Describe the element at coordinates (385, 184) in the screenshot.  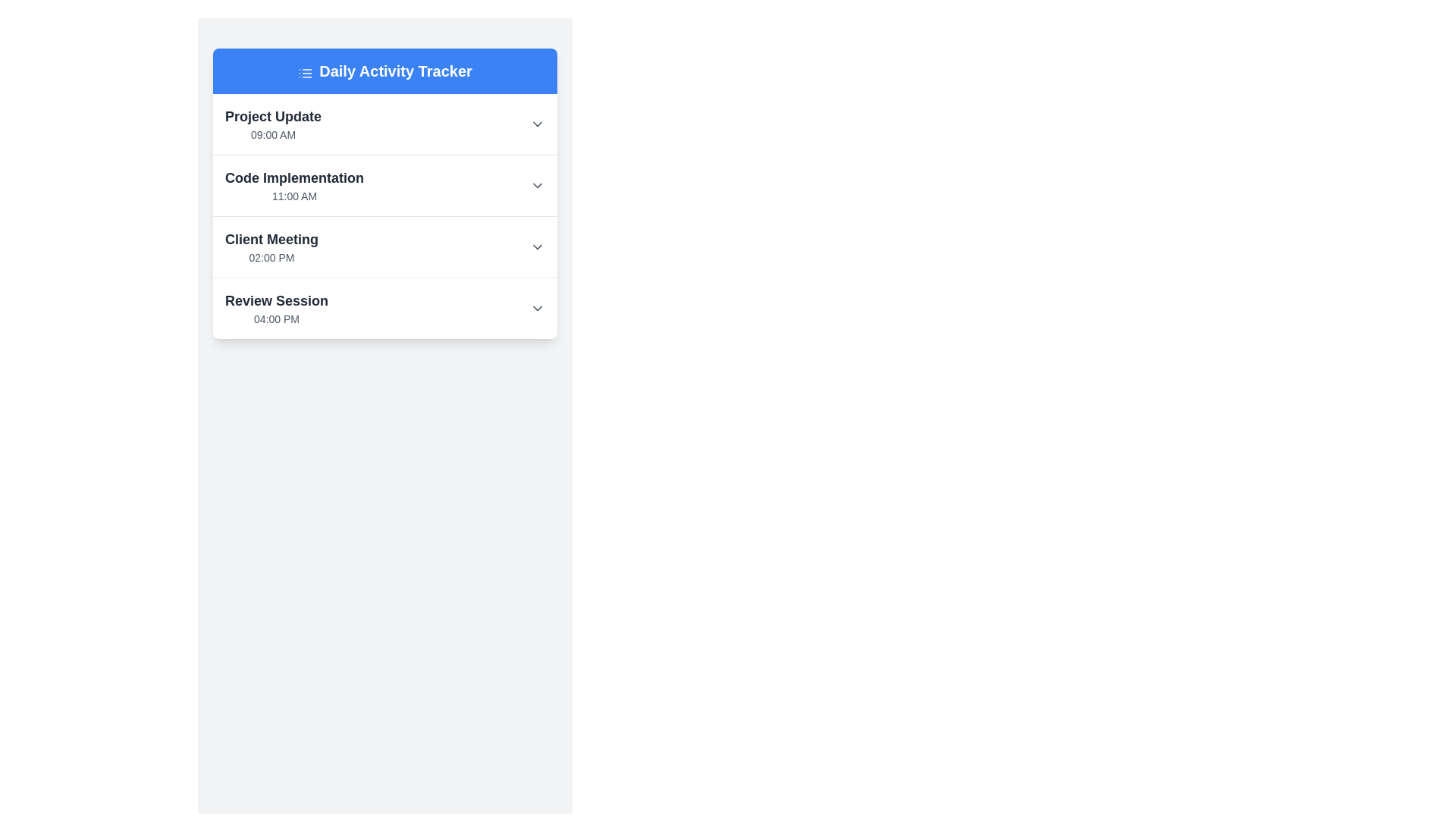
I see `the dropdown arrow on the second entry of the activity tracker, which shows the activity title 'Code Implementation' and scheduled time '11:00 AM'` at that location.